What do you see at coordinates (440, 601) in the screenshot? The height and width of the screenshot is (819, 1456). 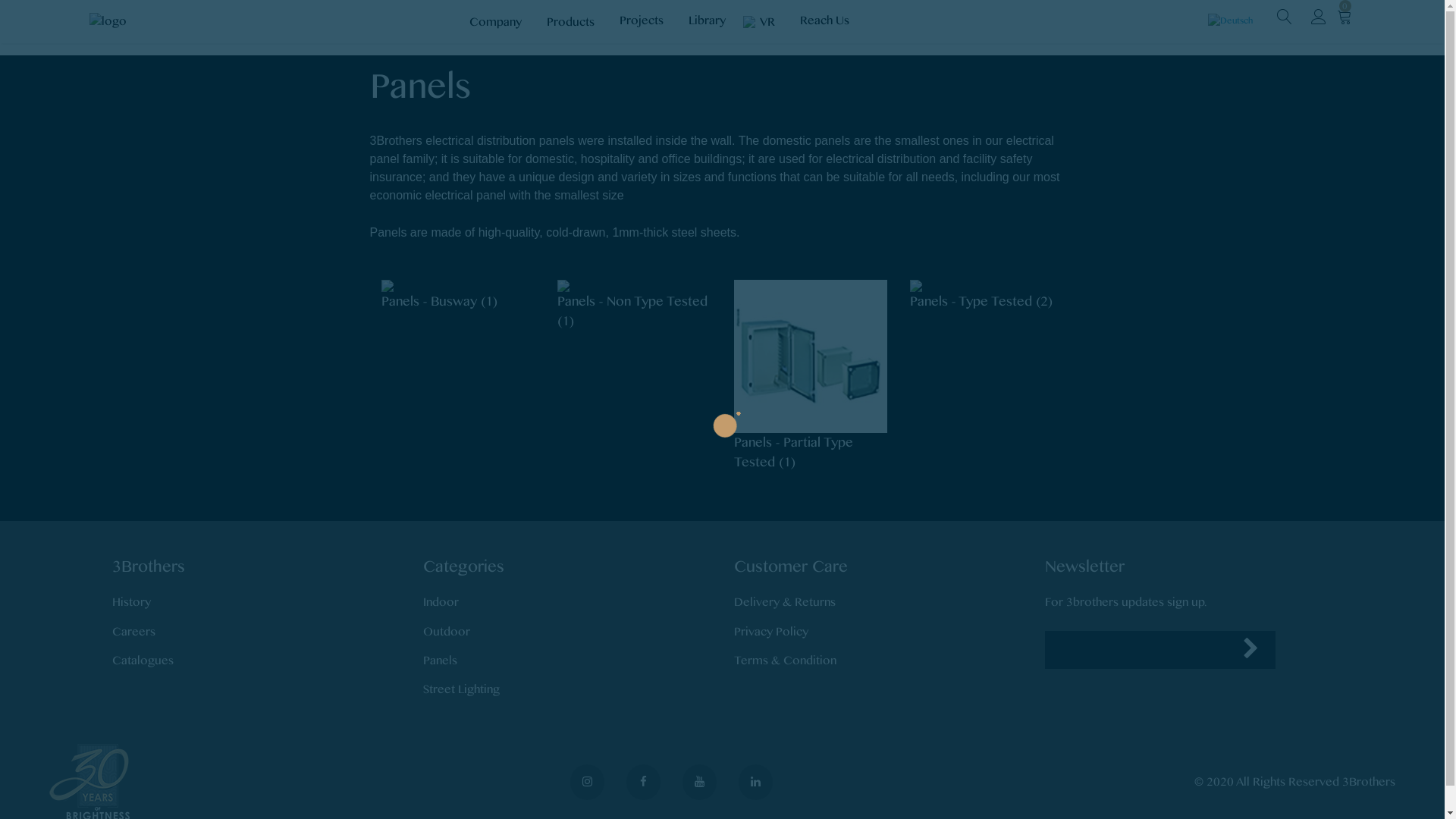 I see `'Indoor'` at bounding box center [440, 601].